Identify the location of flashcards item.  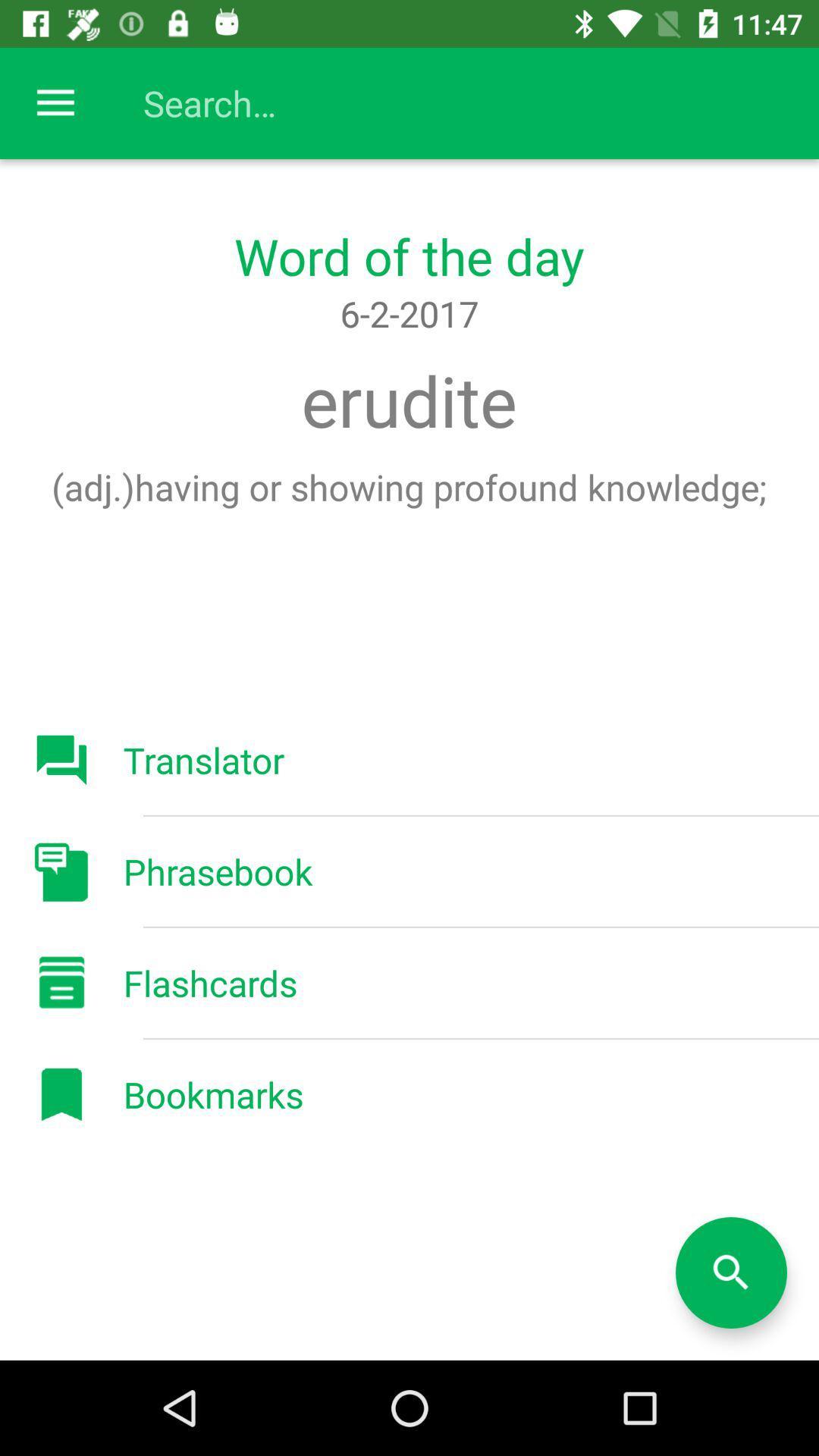
(210, 983).